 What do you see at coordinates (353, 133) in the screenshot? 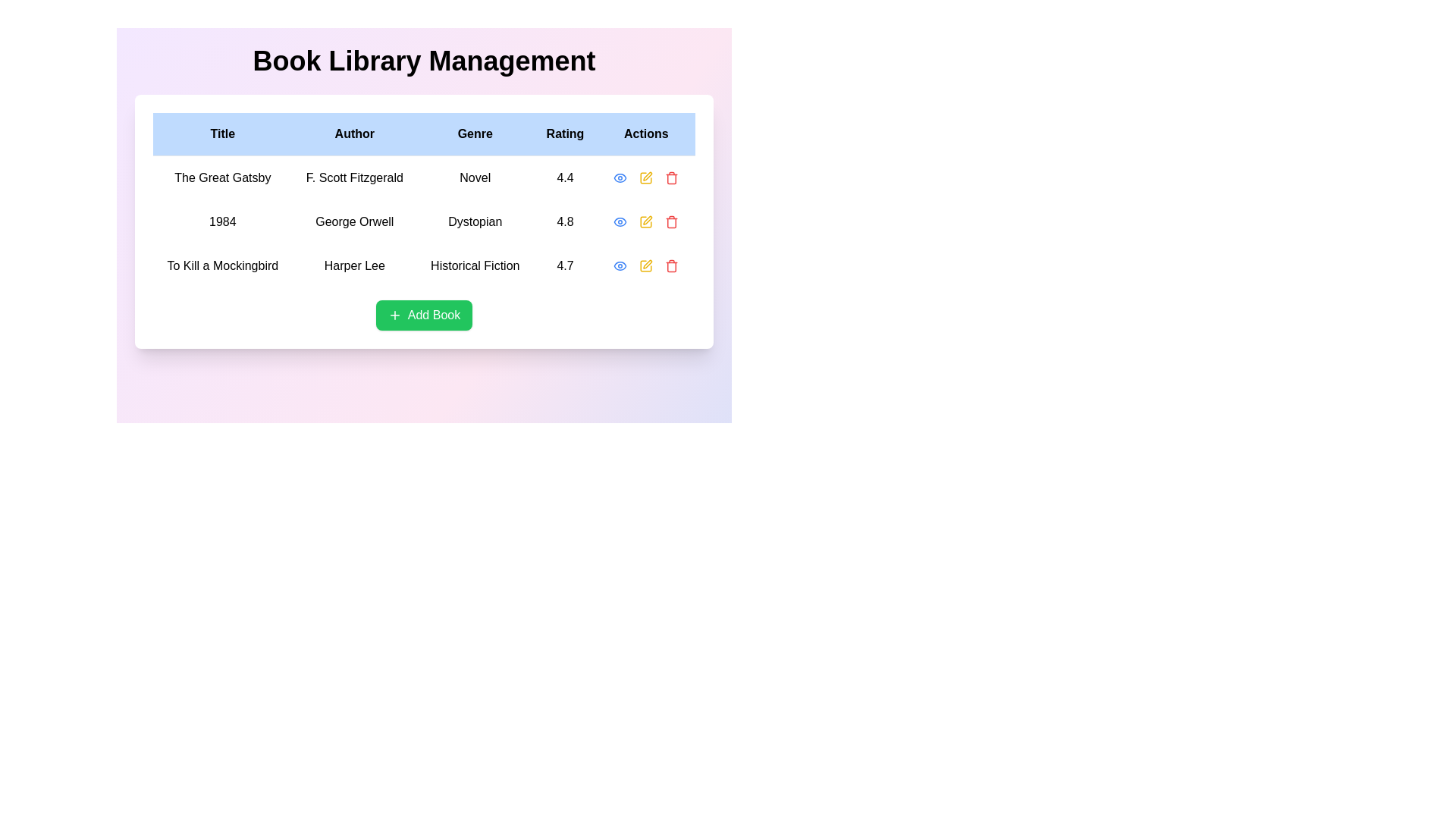
I see `the Table Header Cell representing the 'Author' attribute, located between the 'Title' and 'Genre' headers` at bounding box center [353, 133].